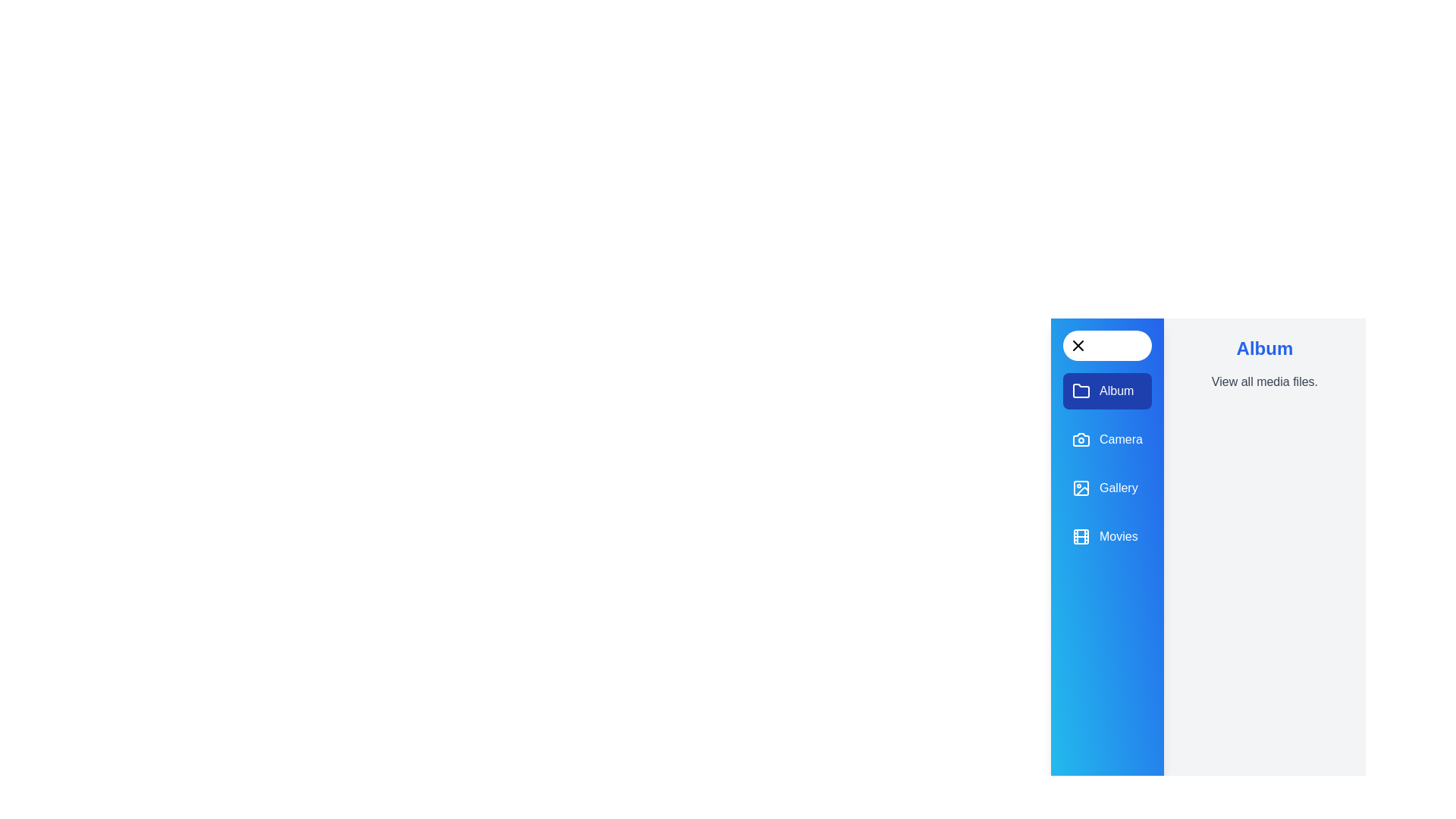 This screenshot has height=819, width=1456. I want to click on the 'Movies' panel to navigate to it, so click(1106, 536).